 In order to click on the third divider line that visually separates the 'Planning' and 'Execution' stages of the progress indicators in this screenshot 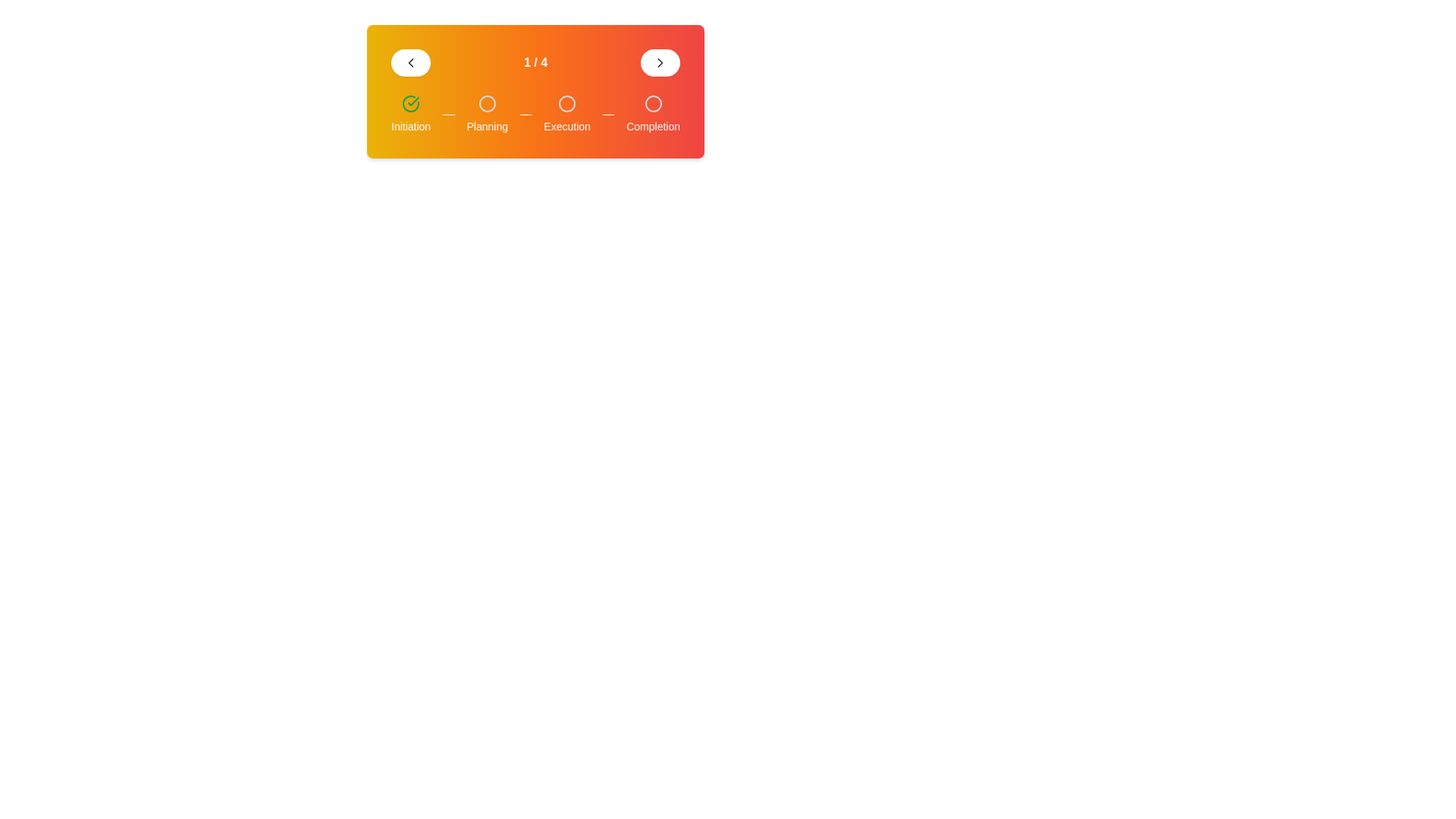, I will do `click(526, 113)`.